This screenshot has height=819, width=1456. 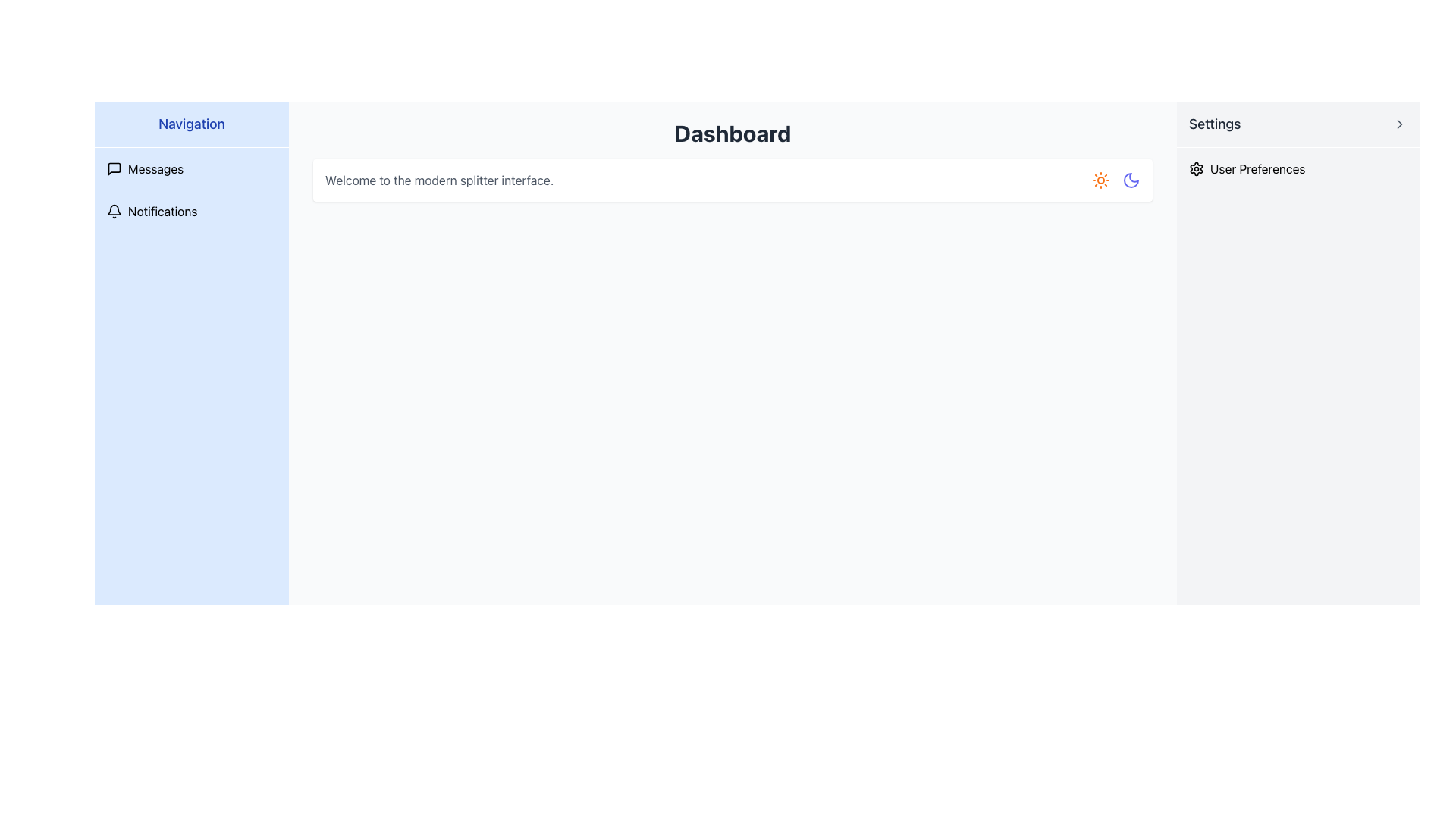 What do you see at coordinates (1399, 124) in the screenshot?
I see `the chevron icon in the 'User Preferences' section near the 'Settings' area to trigger the navigation action` at bounding box center [1399, 124].